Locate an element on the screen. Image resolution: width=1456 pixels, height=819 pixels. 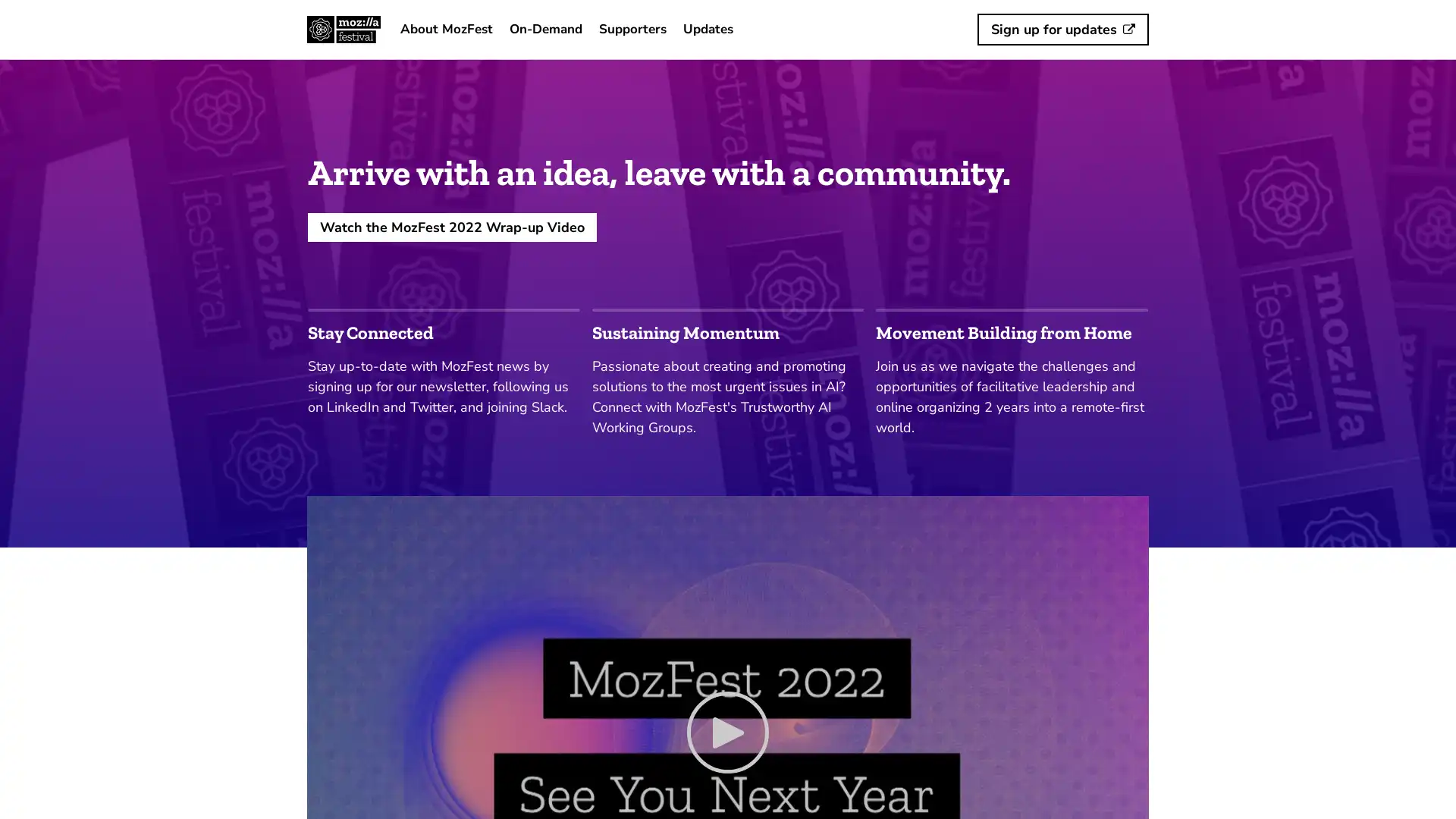
Watch the MozFest 2022 Wrap-up Video is located at coordinates (451, 227).